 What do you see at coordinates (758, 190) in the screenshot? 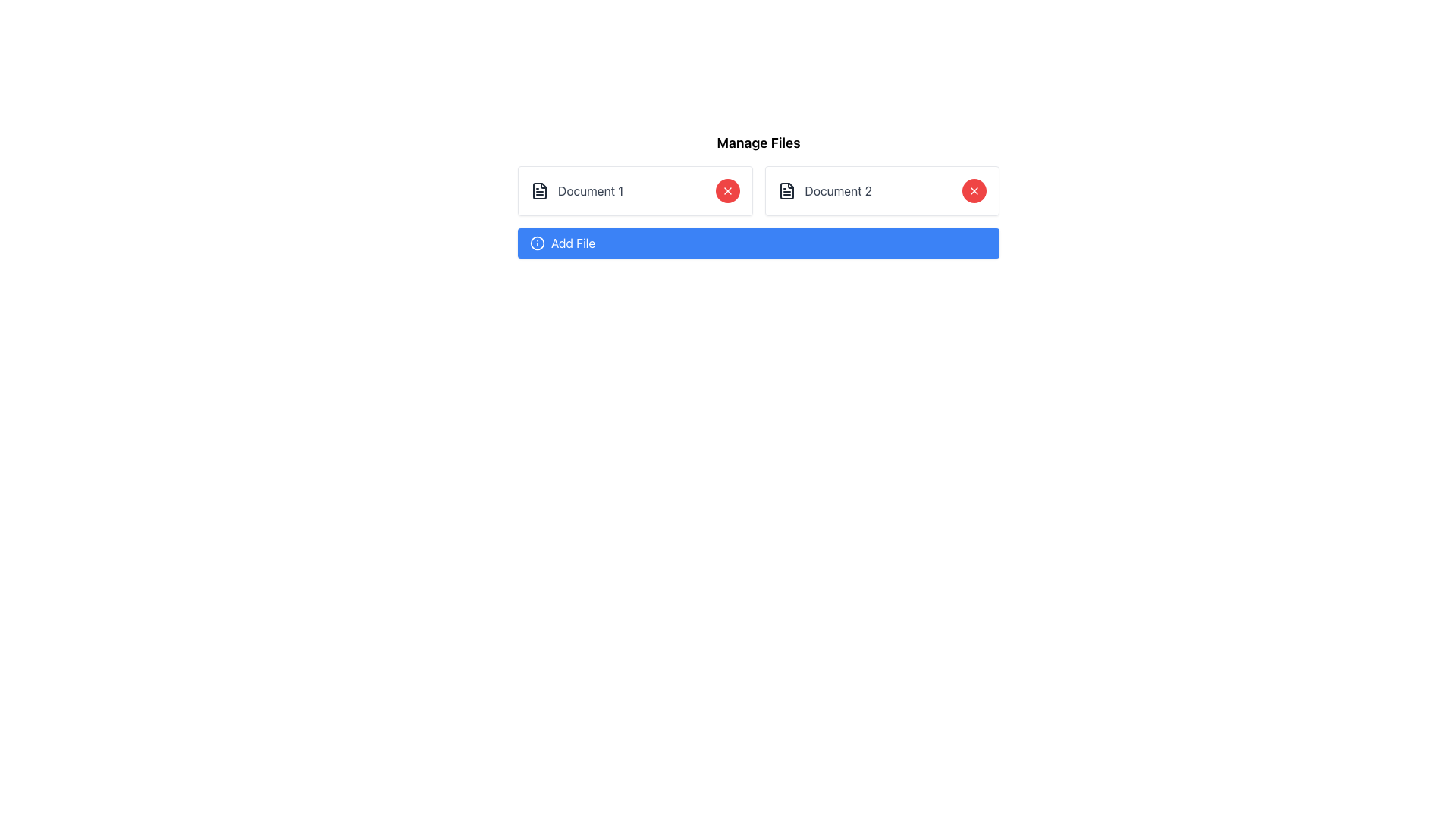
I see `the grid layout that contains two document items under the title 'Manage Files'` at bounding box center [758, 190].